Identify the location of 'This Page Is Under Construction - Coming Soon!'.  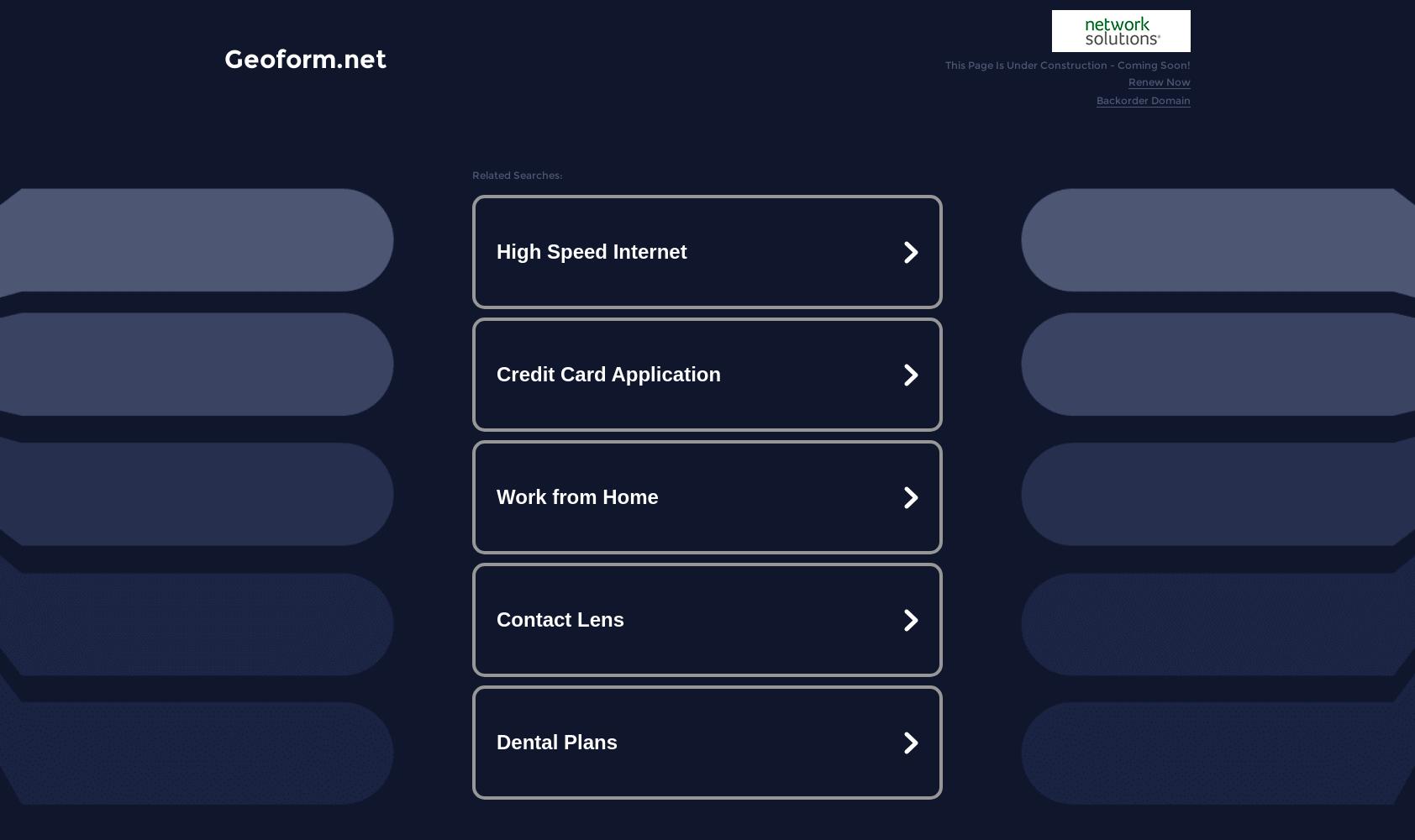
(1067, 64).